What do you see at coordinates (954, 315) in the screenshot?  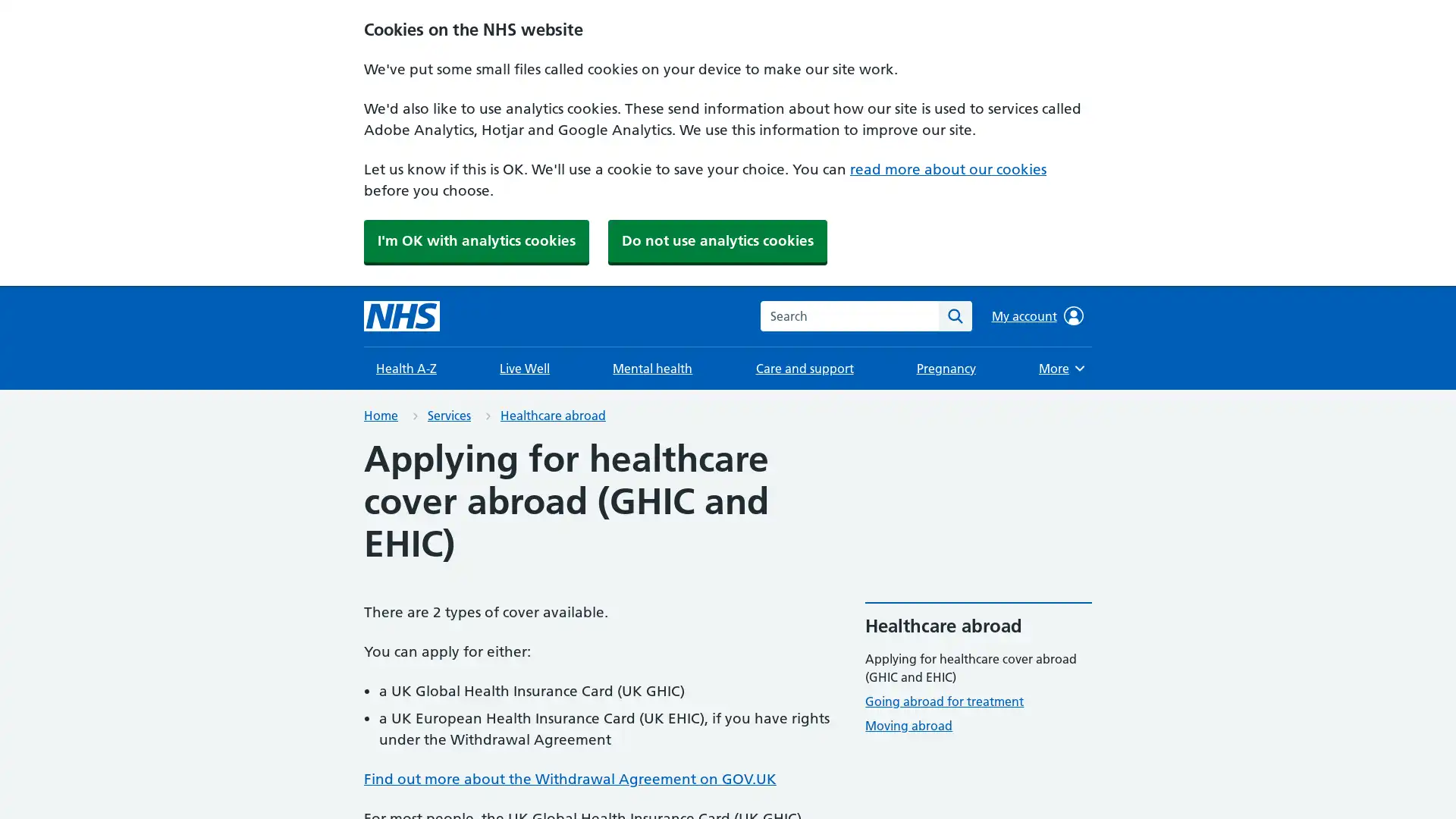 I see `Search` at bounding box center [954, 315].